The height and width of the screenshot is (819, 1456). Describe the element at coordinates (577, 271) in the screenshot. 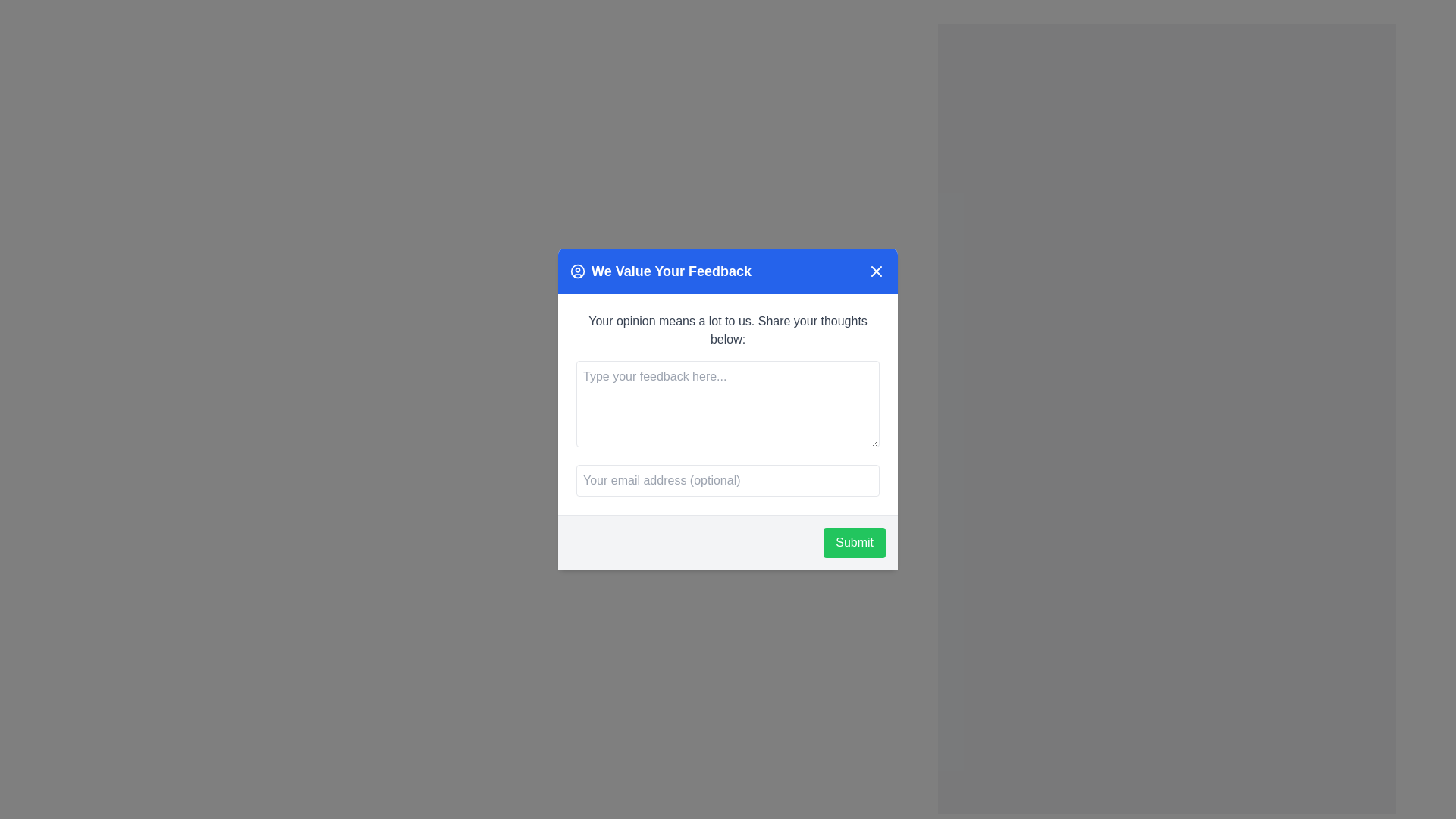

I see `the circular outline graphic component located in the upper-left corner of the feedback modal header next to the title 'We Value Your Feedback'` at that location.